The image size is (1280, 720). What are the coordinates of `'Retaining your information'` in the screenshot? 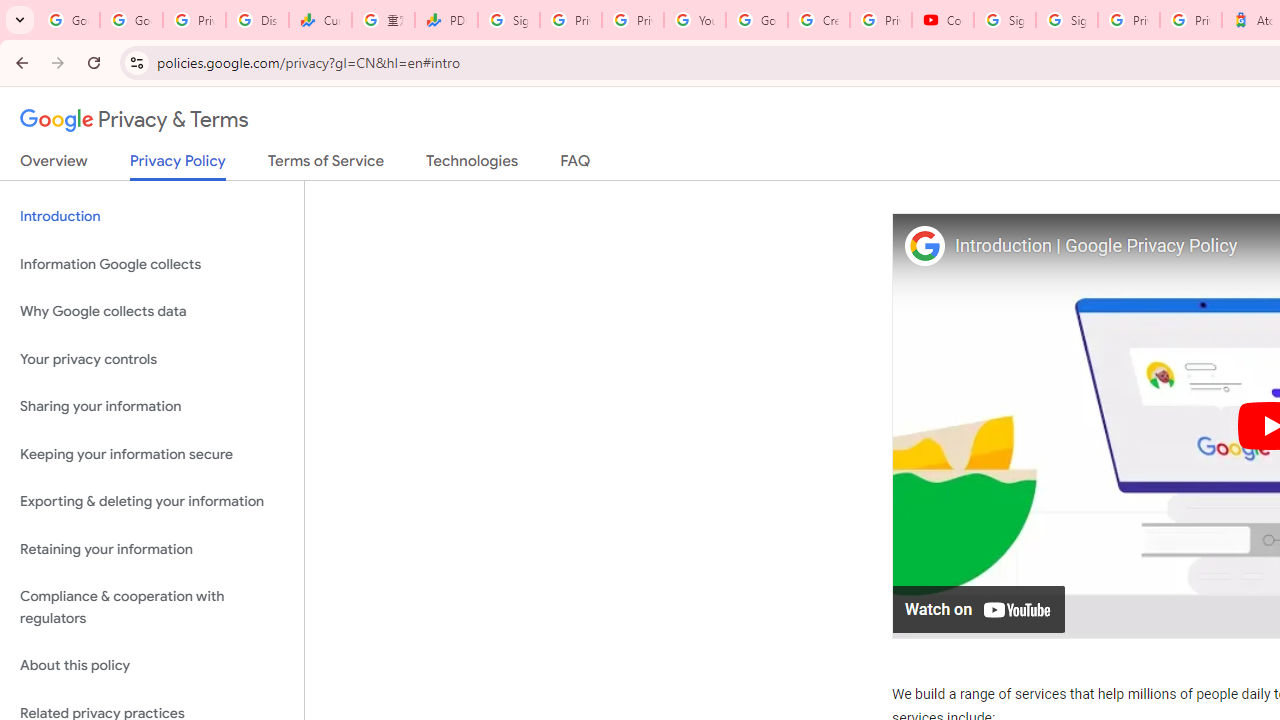 It's located at (151, 549).